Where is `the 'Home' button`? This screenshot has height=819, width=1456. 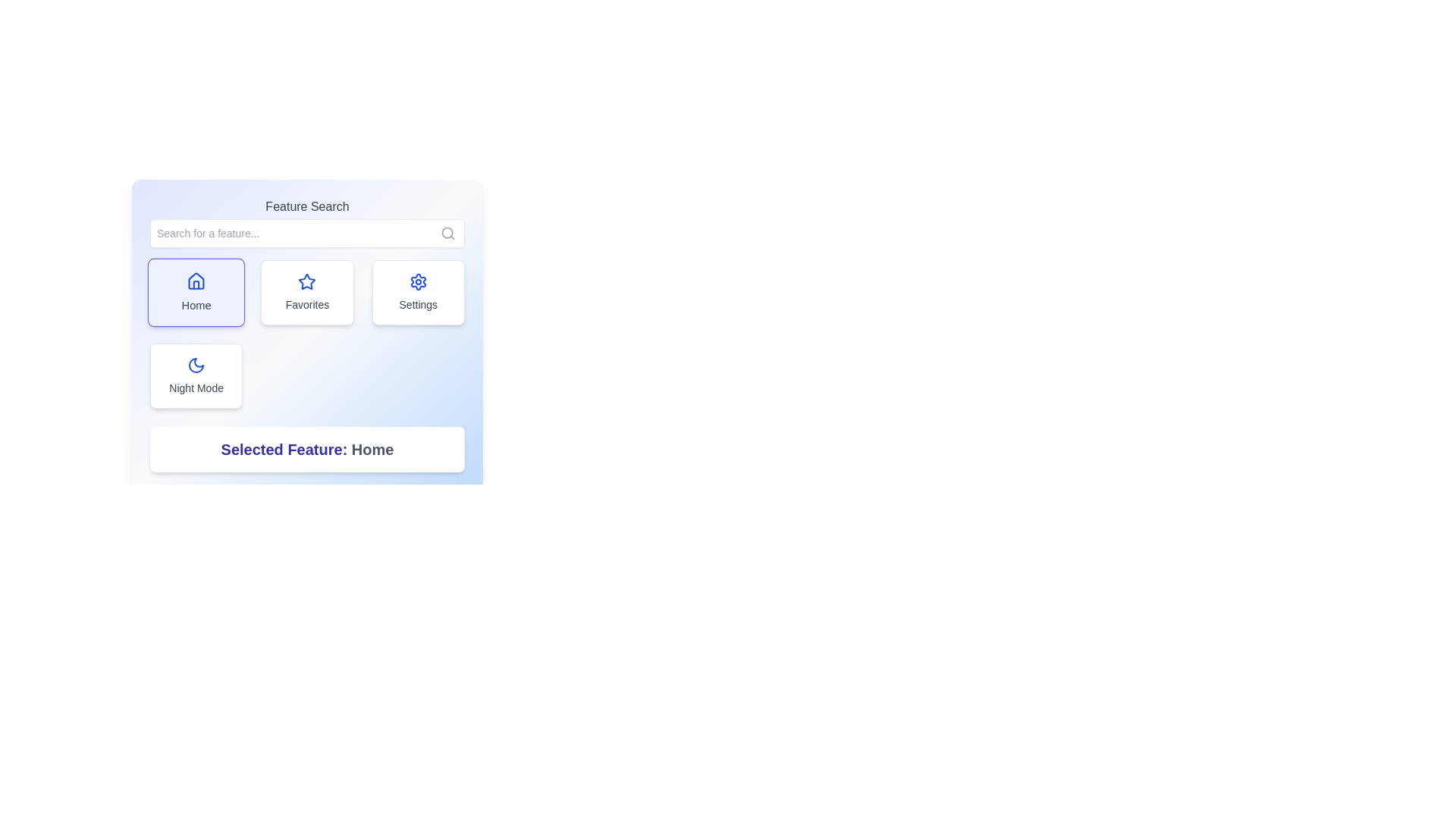
the 'Home' button is located at coordinates (196, 292).